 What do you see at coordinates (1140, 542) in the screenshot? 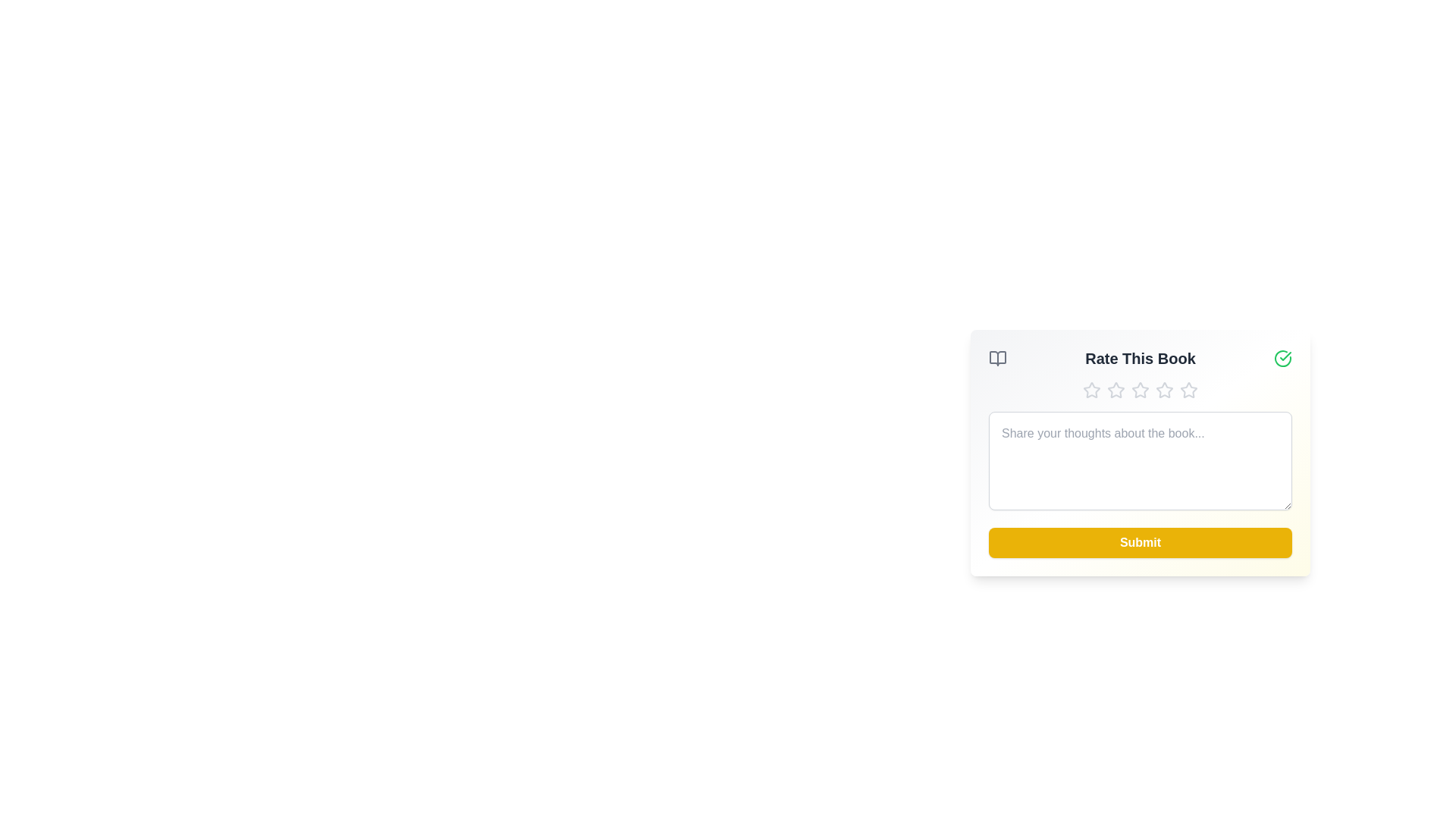
I see `'Submit' button to submit the rating and comment` at bounding box center [1140, 542].